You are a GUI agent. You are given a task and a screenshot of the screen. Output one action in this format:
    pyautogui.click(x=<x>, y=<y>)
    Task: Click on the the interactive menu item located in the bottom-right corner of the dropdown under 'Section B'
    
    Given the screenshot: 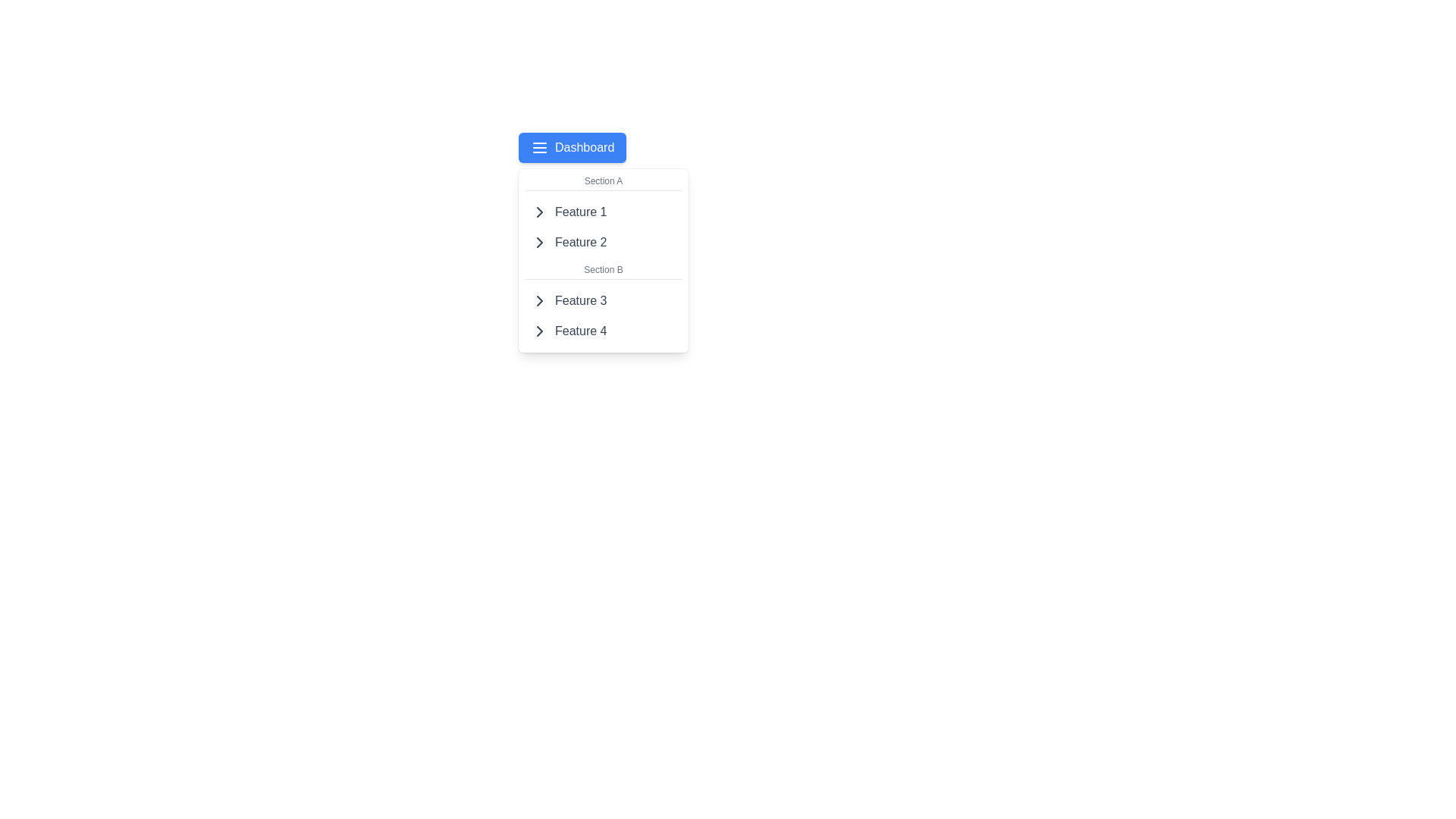 What is the action you would take?
    pyautogui.click(x=603, y=330)
    